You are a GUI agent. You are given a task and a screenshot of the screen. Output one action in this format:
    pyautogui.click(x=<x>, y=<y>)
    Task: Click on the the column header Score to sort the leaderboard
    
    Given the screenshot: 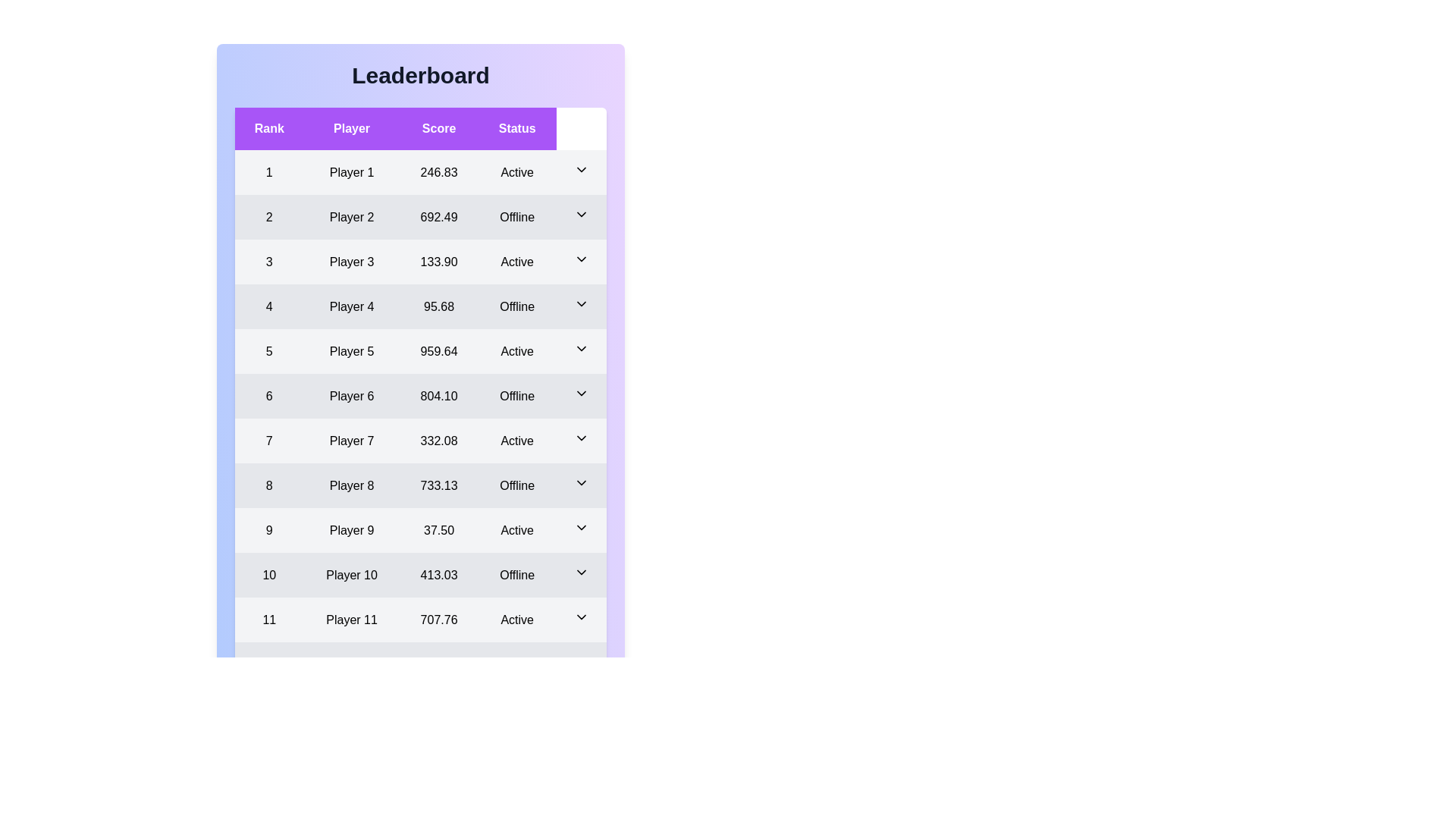 What is the action you would take?
    pyautogui.click(x=438, y=127)
    